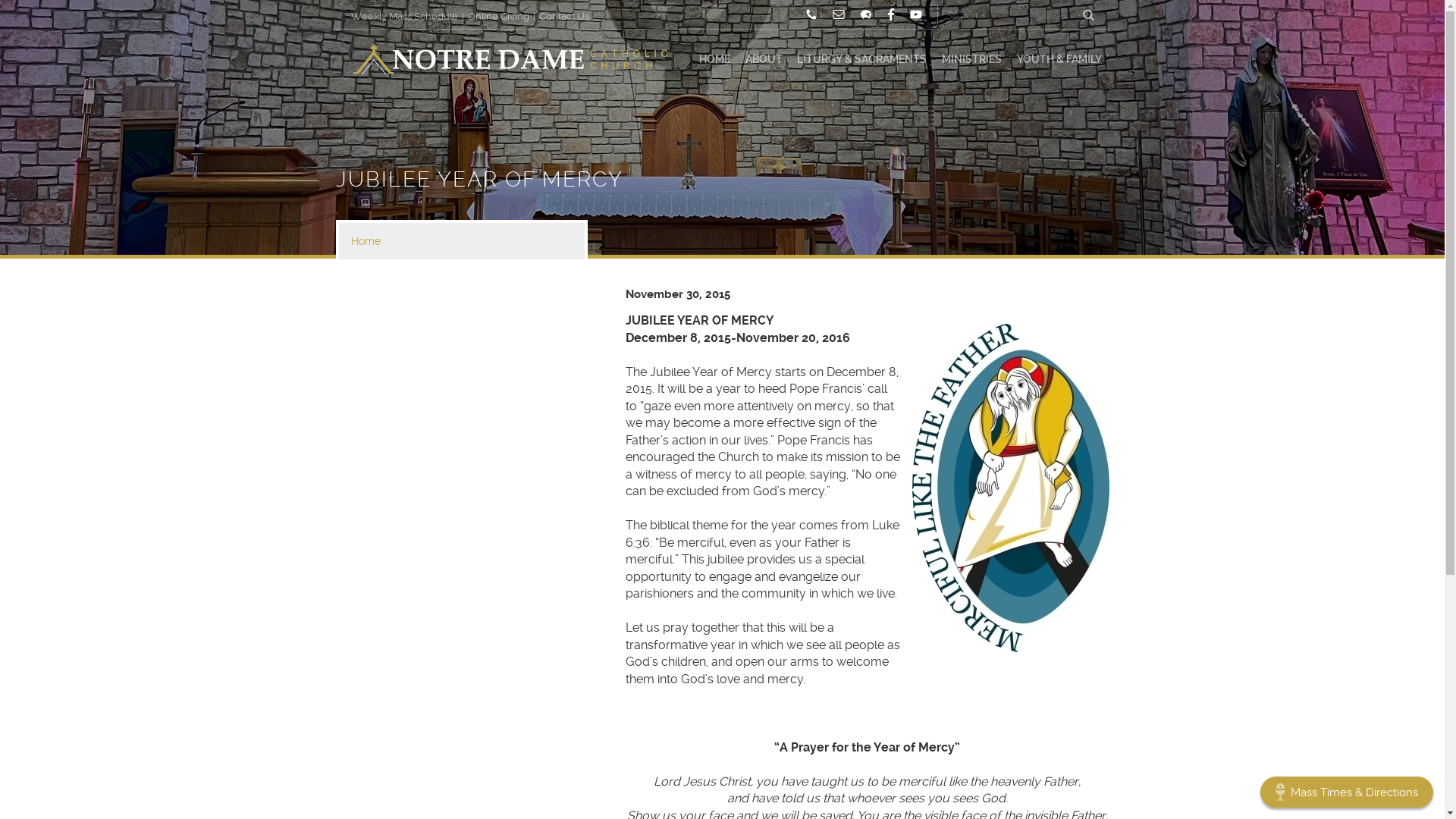 The width and height of the screenshot is (1456, 819). Describe the element at coordinates (915, 14) in the screenshot. I see `'YouTube'` at that location.